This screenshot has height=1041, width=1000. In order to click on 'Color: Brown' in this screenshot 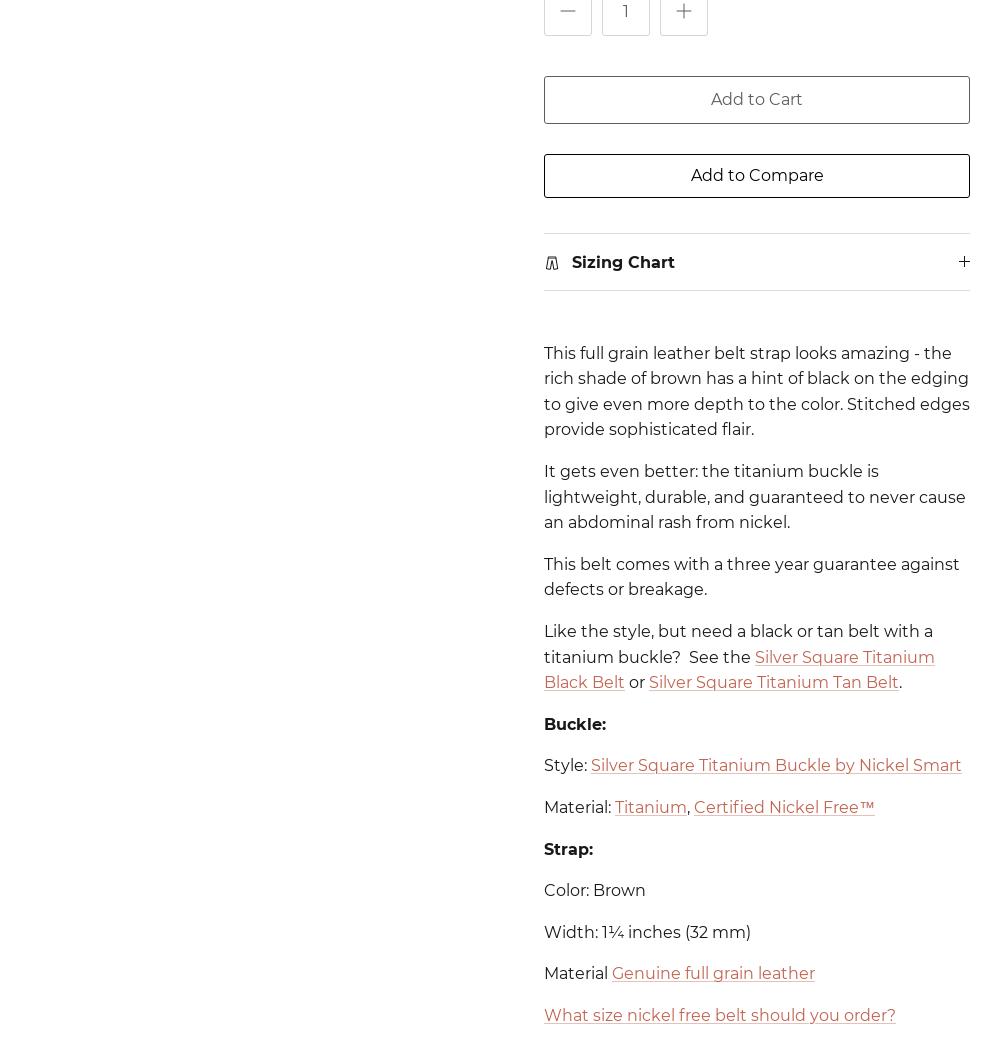, I will do `click(544, 889)`.